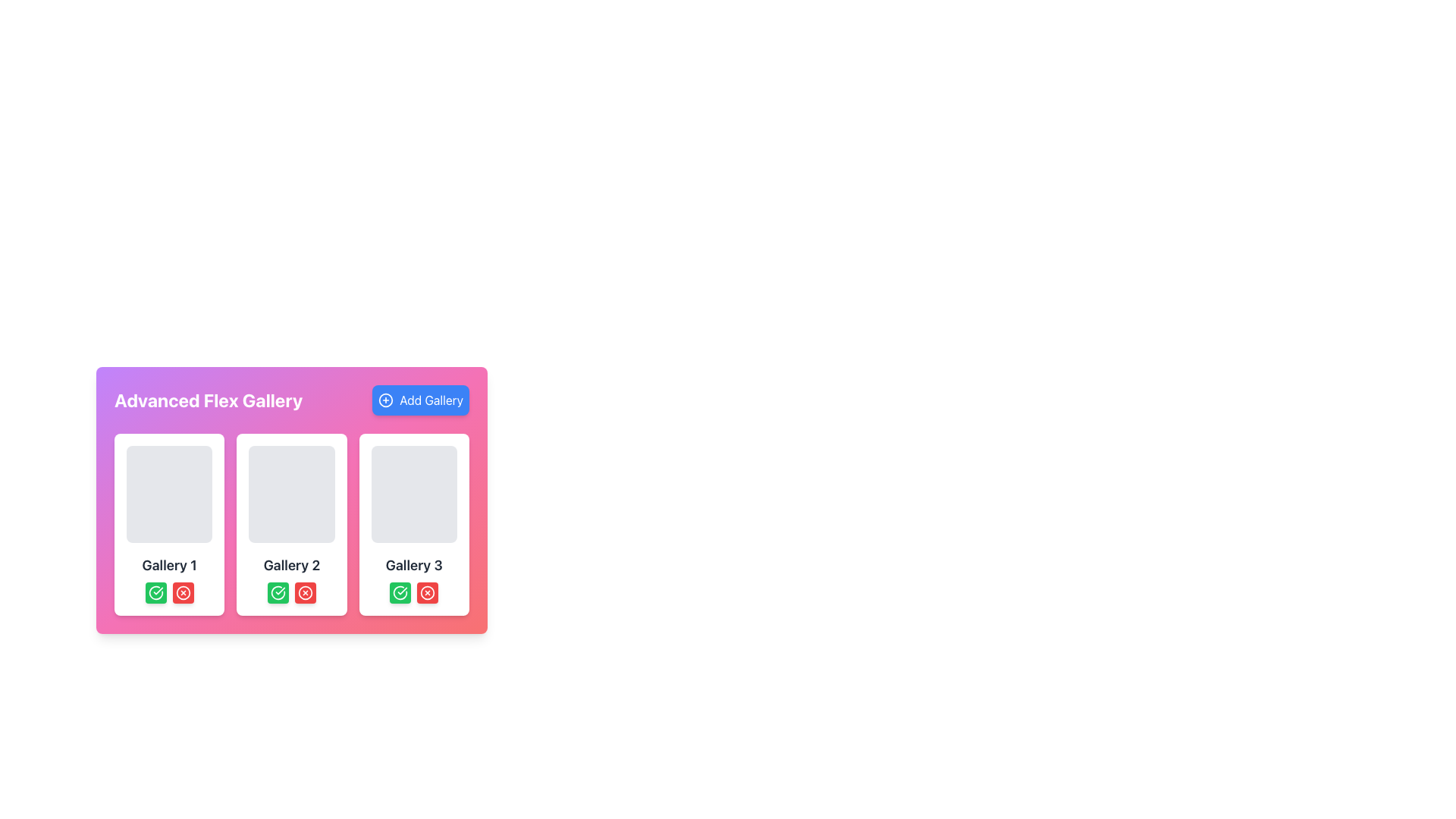 The height and width of the screenshot is (819, 1456). Describe the element at coordinates (305, 592) in the screenshot. I see `the delete button located at the bottom-right corner of the third gallery card` at that location.